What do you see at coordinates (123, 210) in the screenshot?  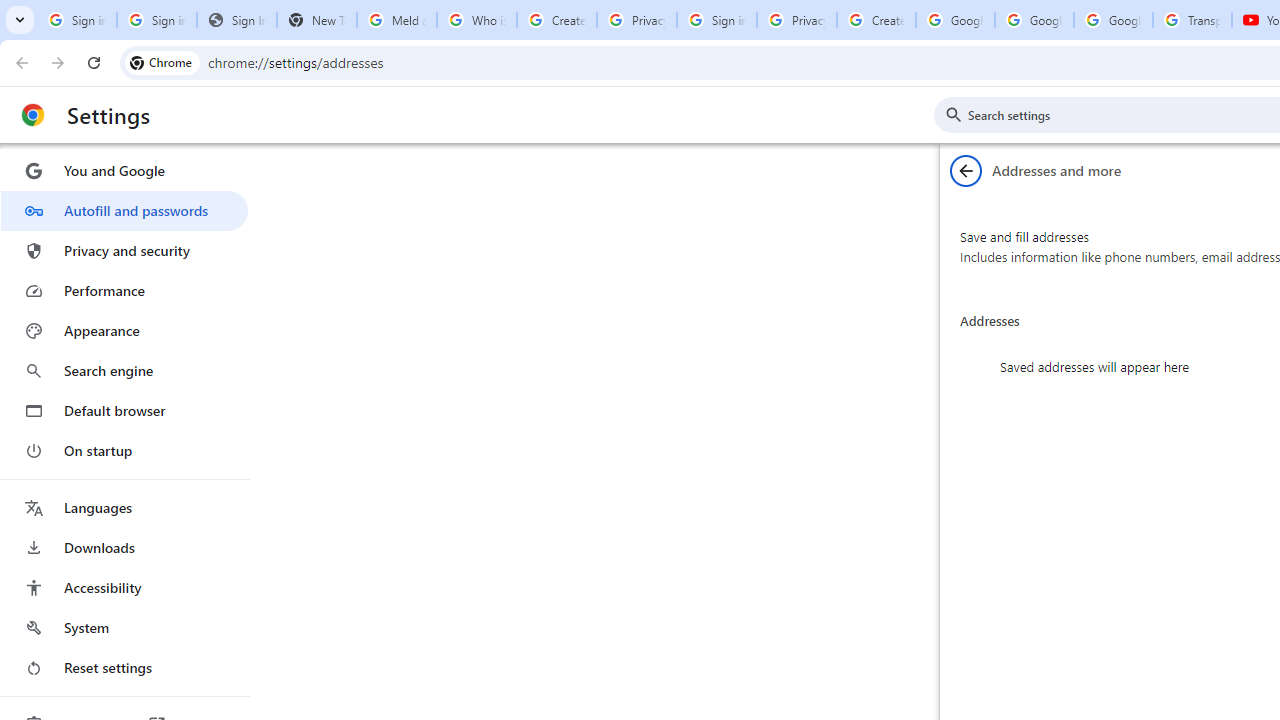 I see `'Autofill and passwords'` at bounding box center [123, 210].